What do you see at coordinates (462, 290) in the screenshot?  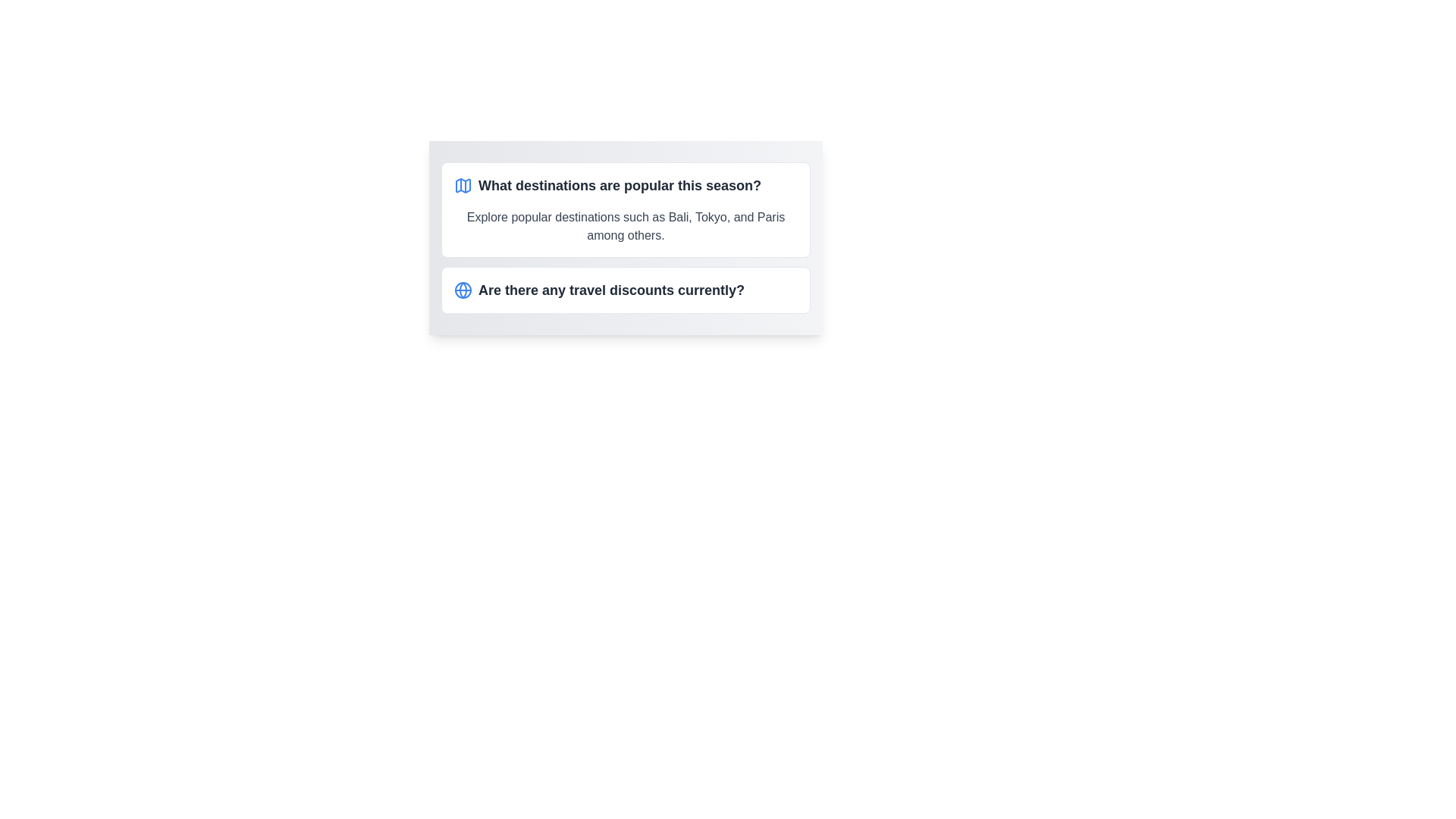 I see `the blue globe icon (SVG graphic) located to the left of the question 'Are there any travel discounts currently?' to bring up a context menu` at bounding box center [462, 290].